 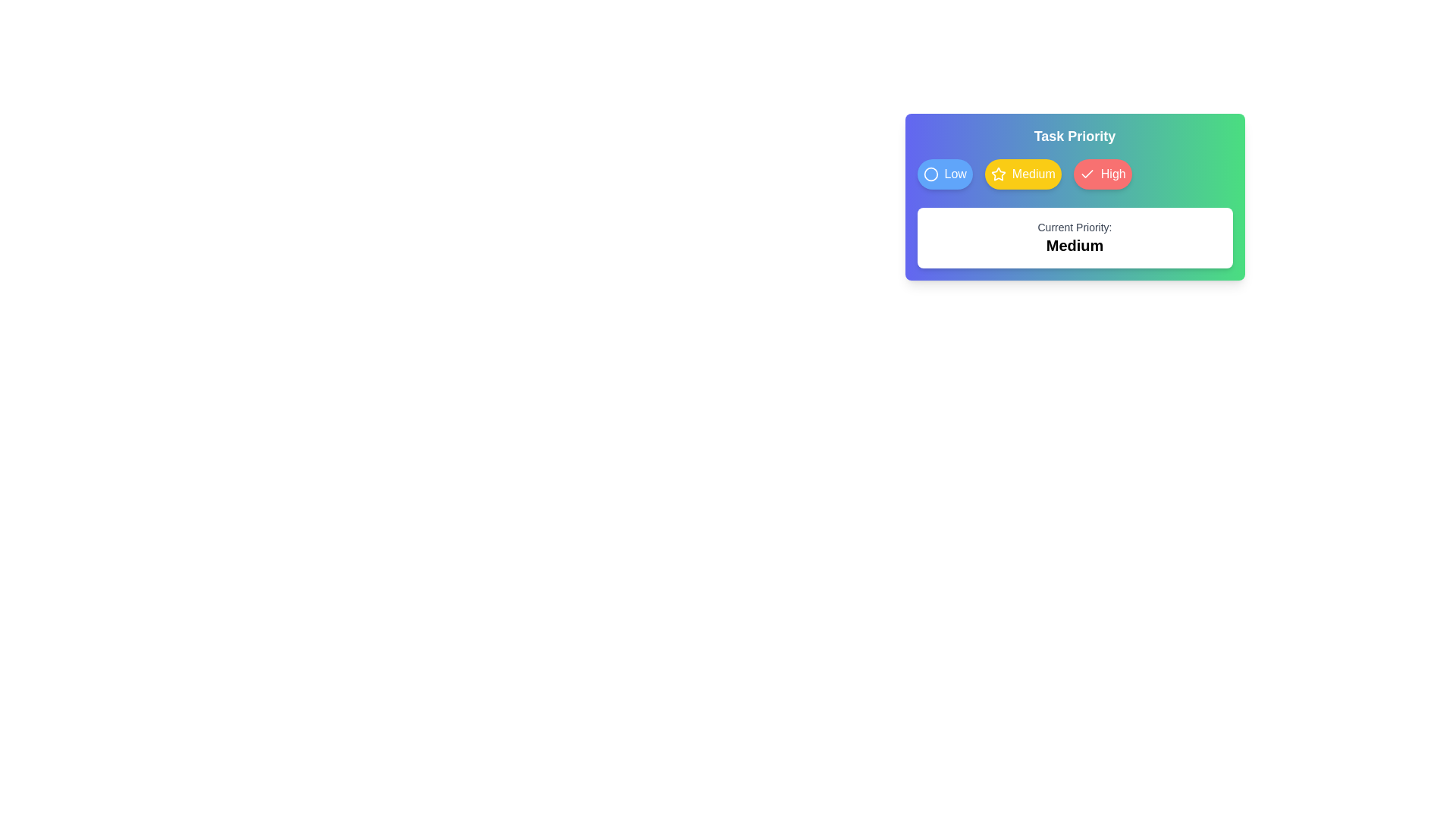 I want to click on the 'Medium' priority button located in the 'Task Priority' panel, so click(x=1023, y=174).